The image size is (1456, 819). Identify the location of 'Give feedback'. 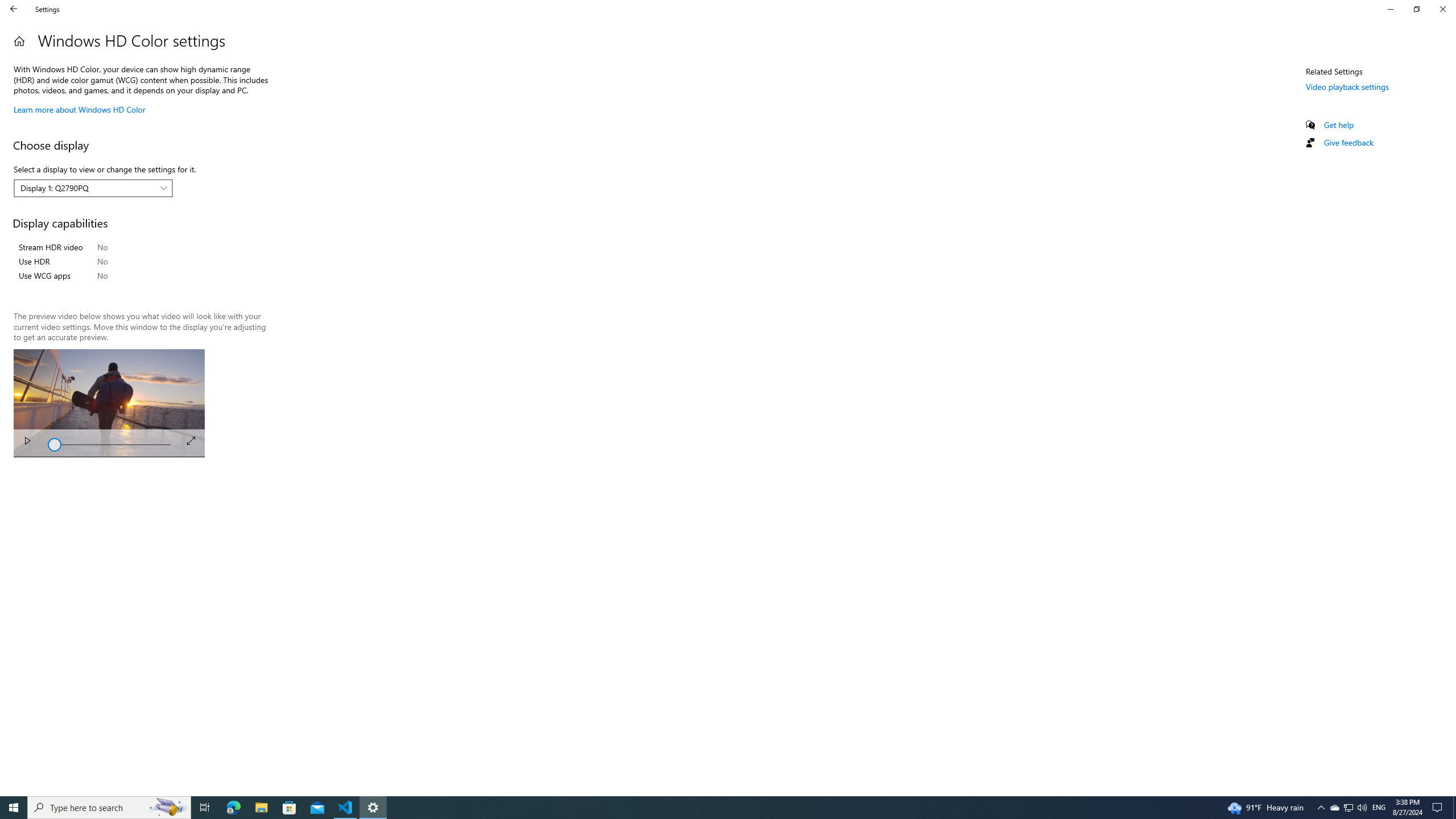
(1347, 142).